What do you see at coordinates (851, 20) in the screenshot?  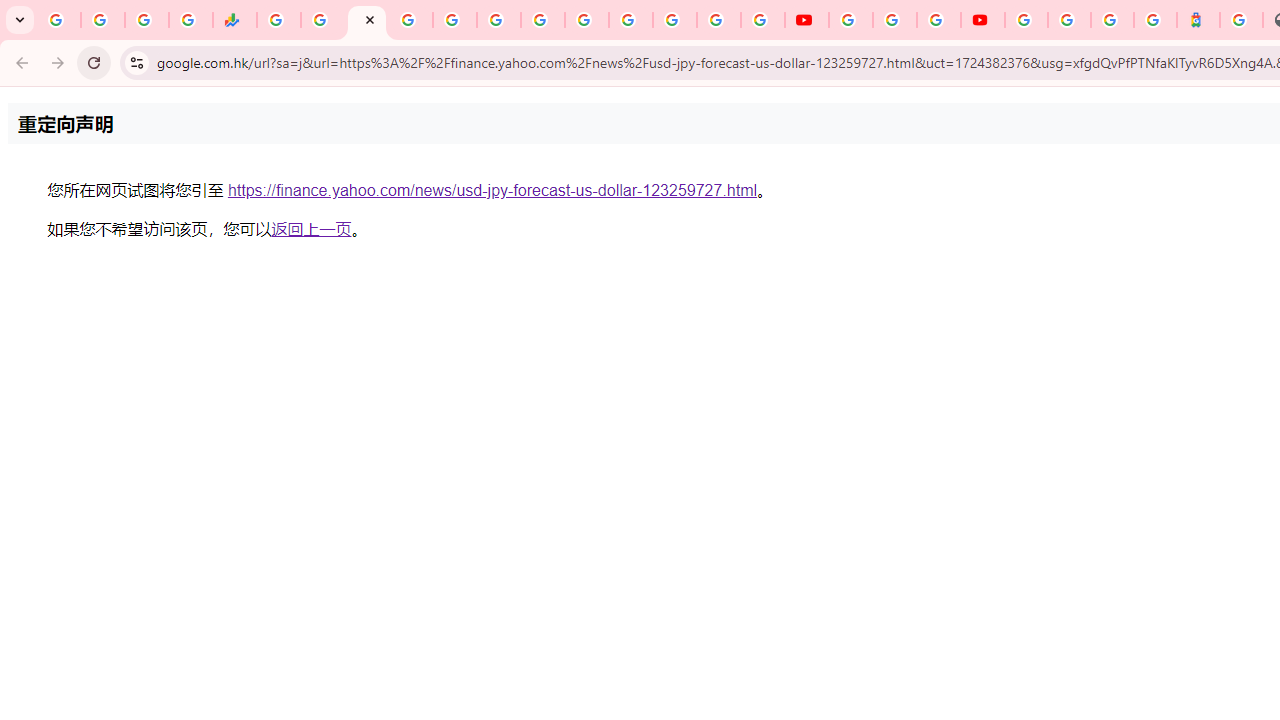 I see `'YouTube'` at bounding box center [851, 20].